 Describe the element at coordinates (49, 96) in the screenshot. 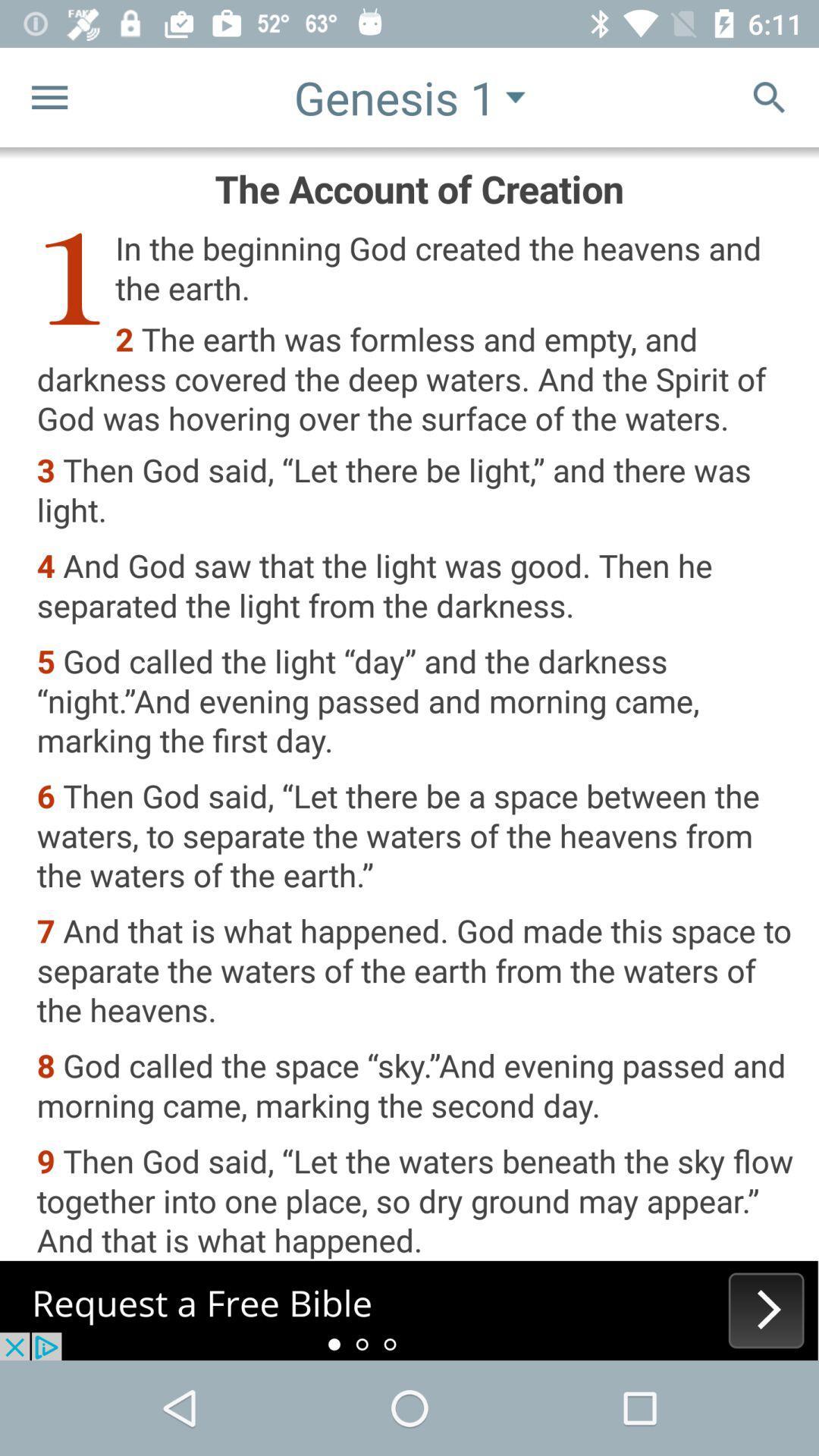

I see `the menu icon` at that location.